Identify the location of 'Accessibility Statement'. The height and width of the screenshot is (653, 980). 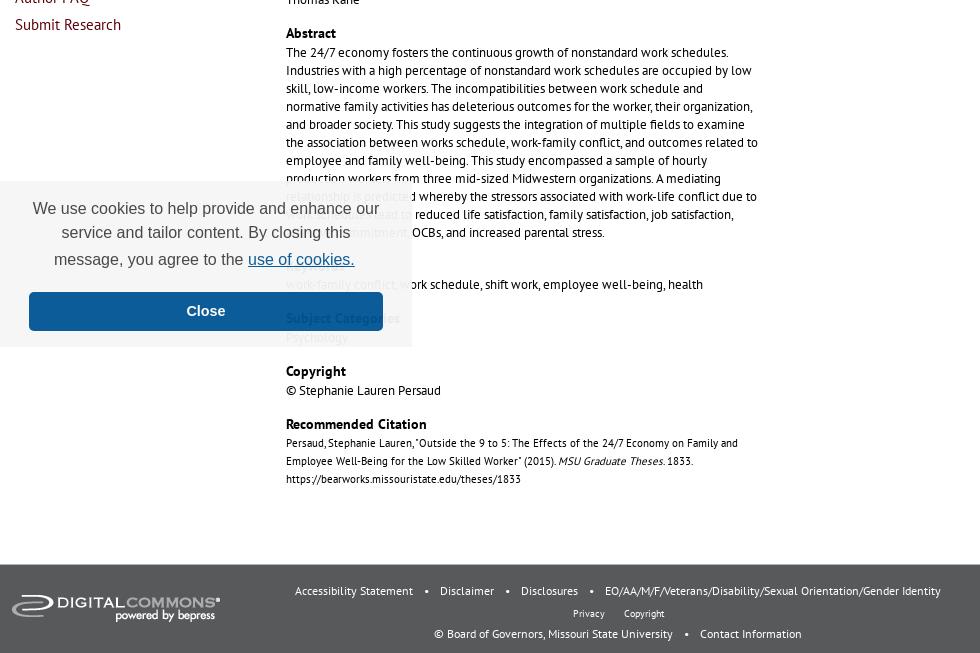
(355, 589).